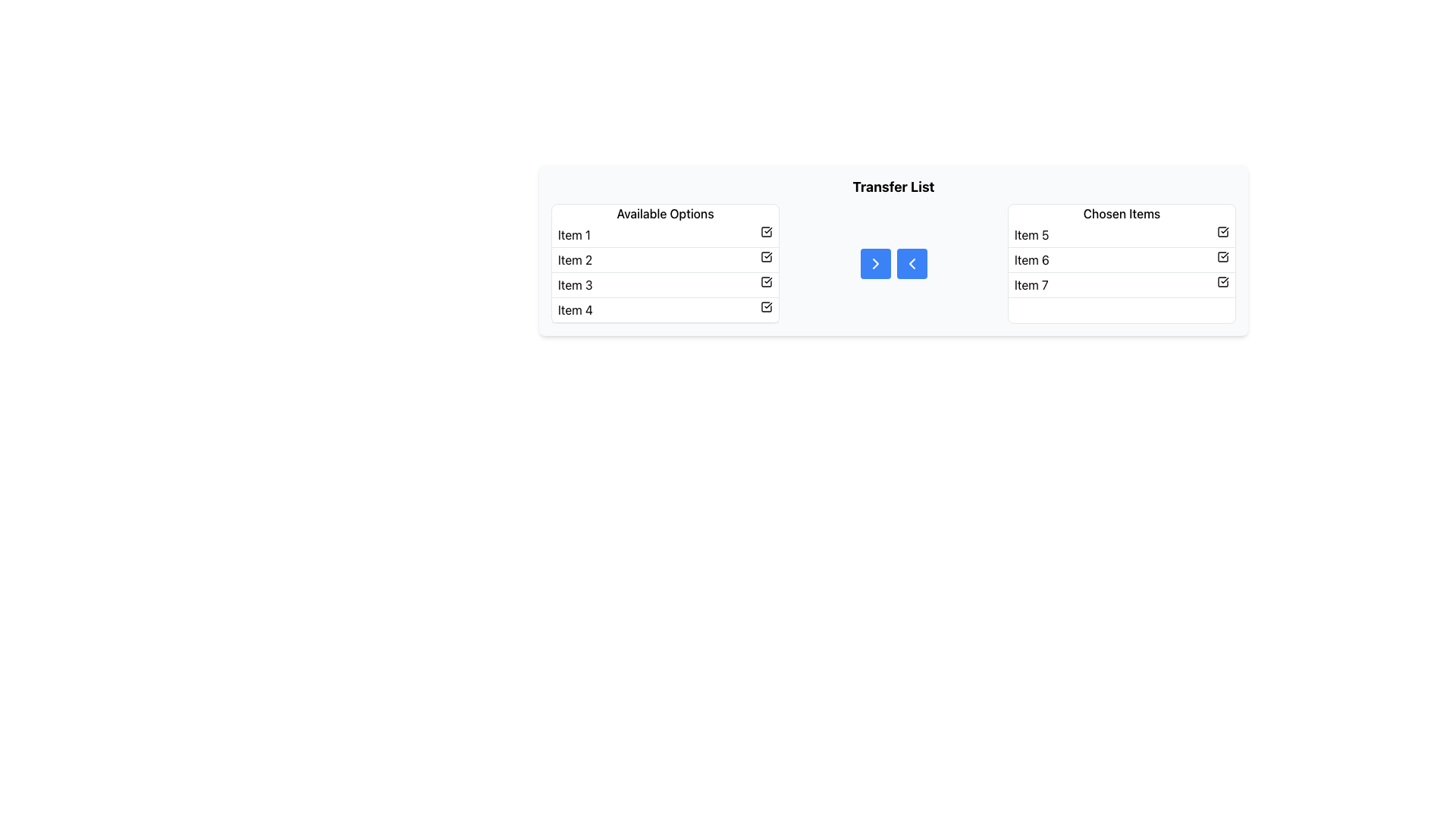  Describe the element at coordinates (1121, 262) in the screenshot. I see `the checkboxes in the rightmost List Display with Checkboxes, which allows users to view and select items` at that location.